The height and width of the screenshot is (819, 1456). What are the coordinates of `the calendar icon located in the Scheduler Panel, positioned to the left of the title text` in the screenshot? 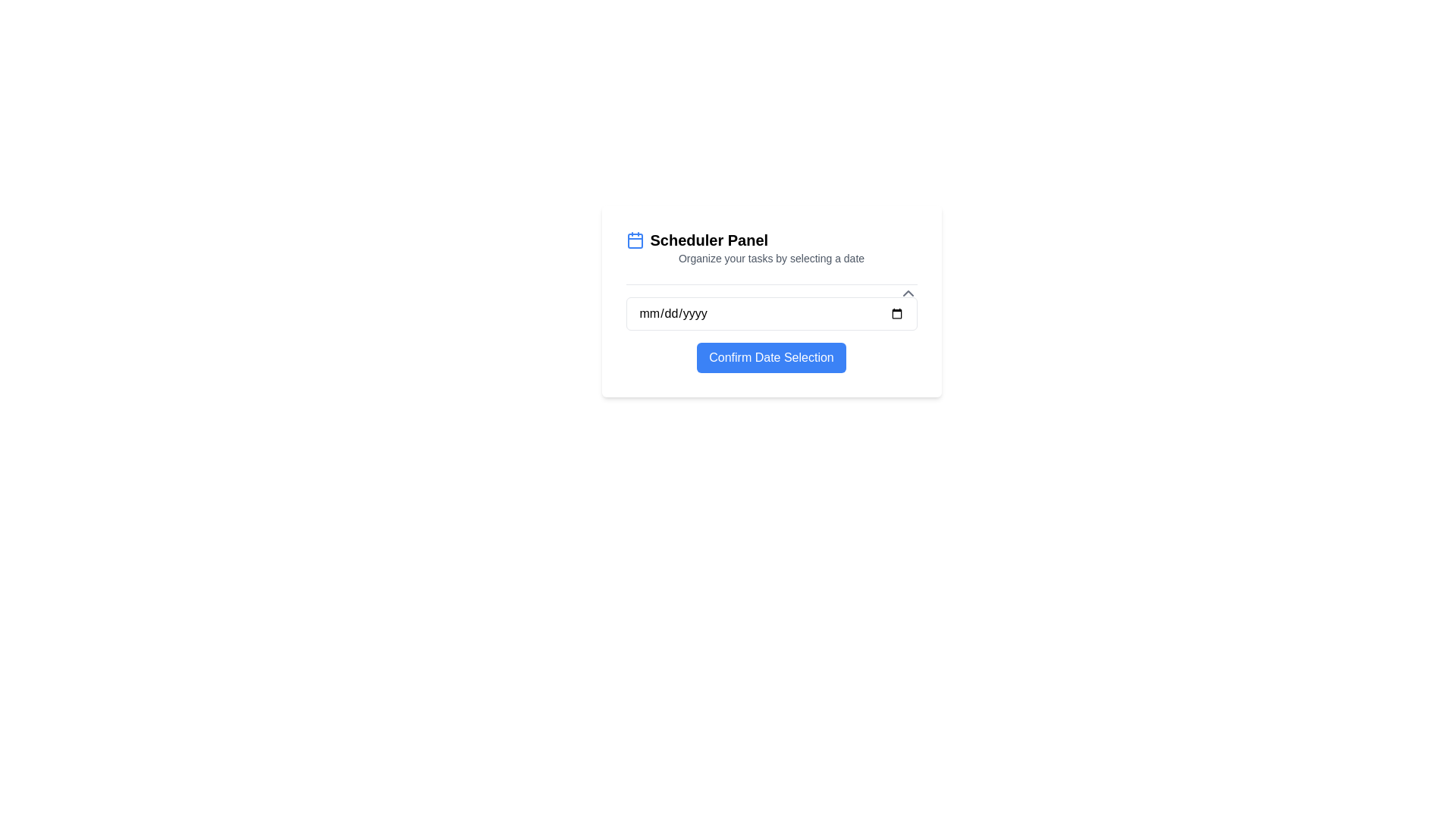 It's located at (635, 239).